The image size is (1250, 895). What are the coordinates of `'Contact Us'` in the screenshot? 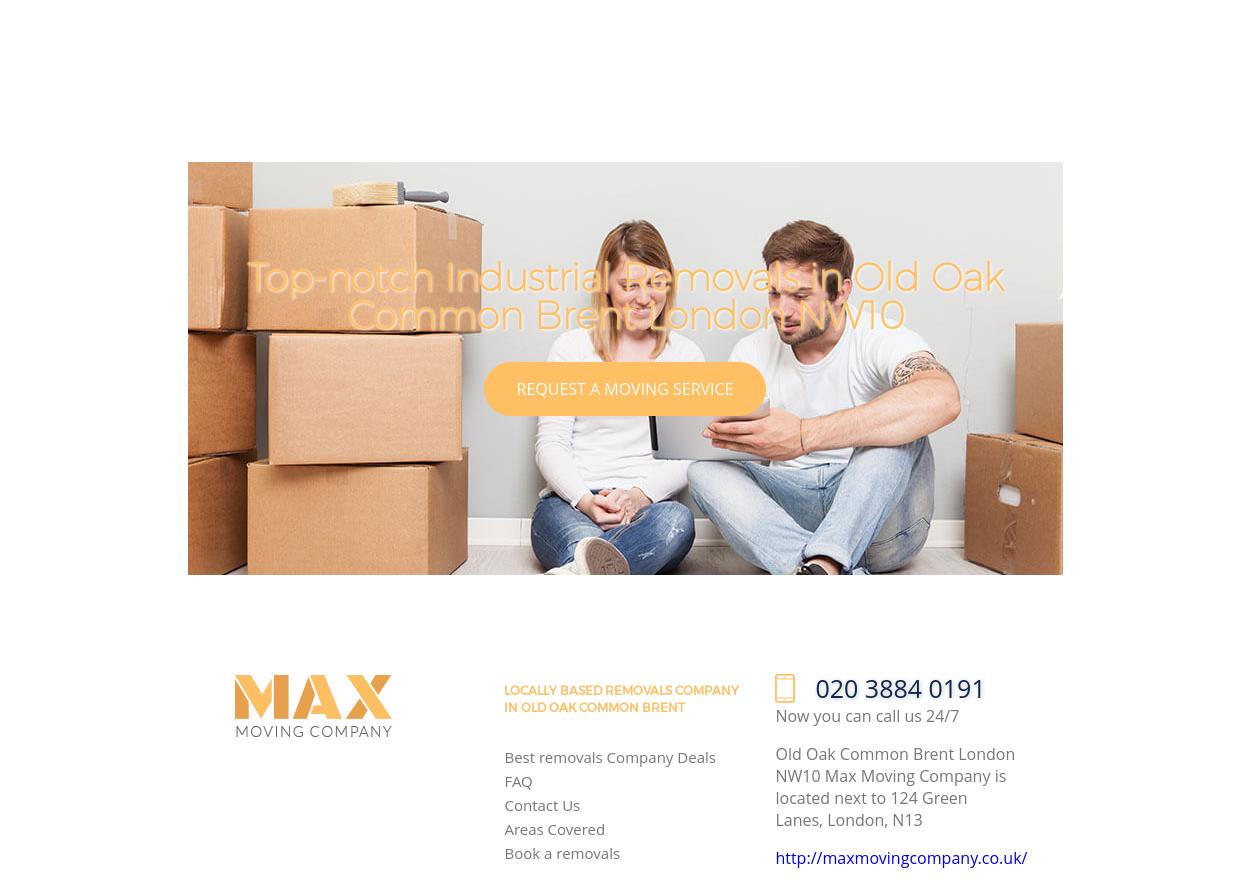 It's located at (504, 802).